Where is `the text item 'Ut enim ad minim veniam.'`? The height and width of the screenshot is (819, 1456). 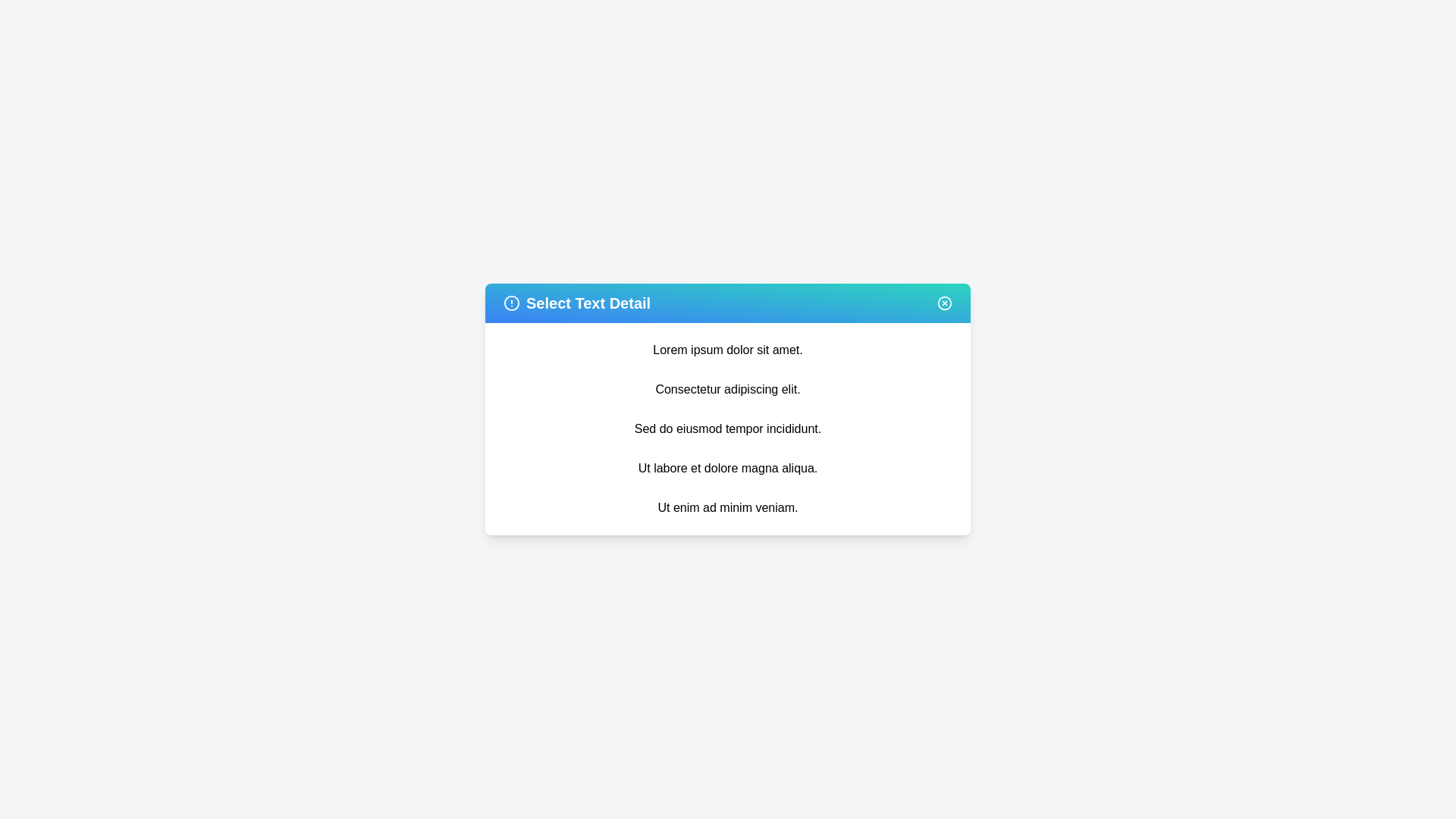
the text item 'Ut enim ad minim veniam.' is located at coordinates (728, 508).